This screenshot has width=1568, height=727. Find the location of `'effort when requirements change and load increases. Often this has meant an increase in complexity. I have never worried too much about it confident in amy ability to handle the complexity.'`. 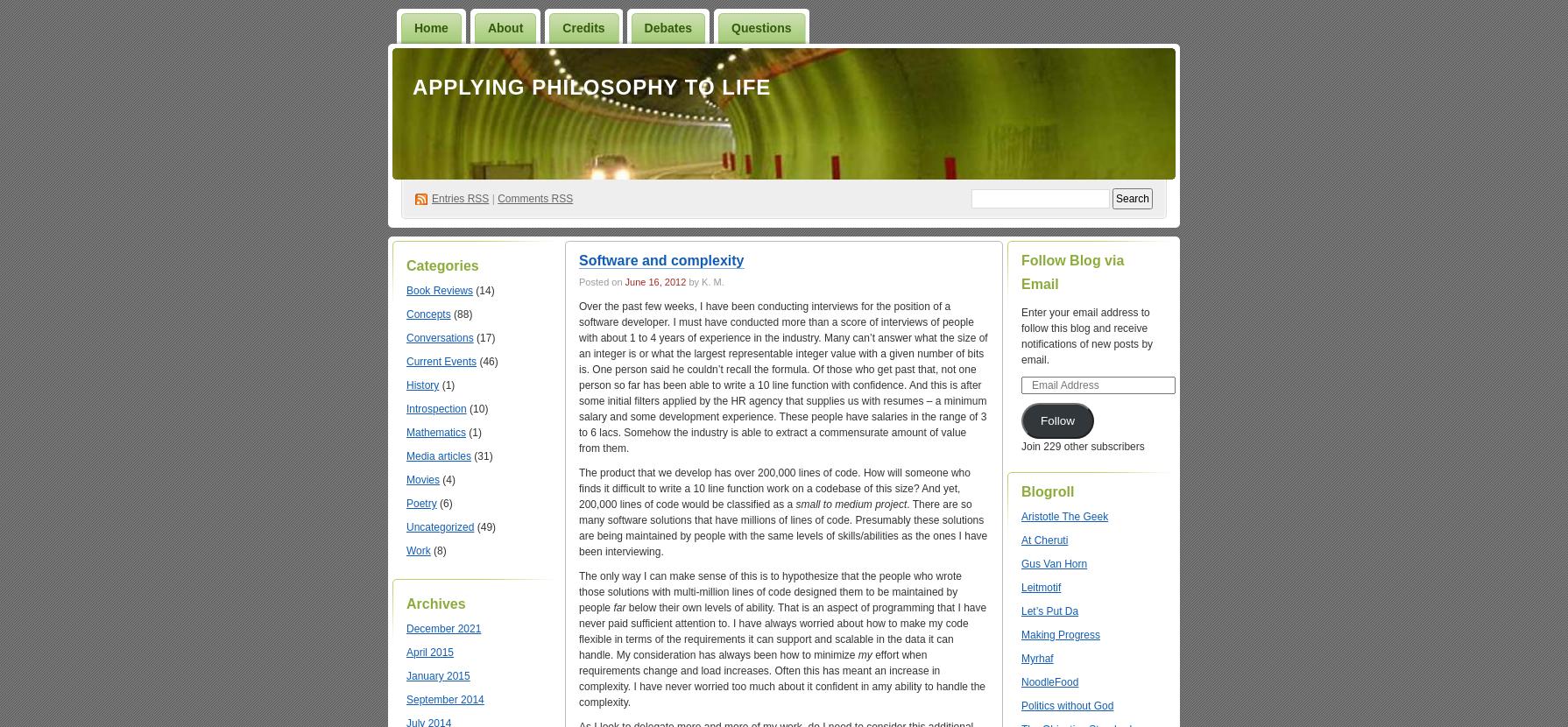

'effort when requirements change and load increases. Often this has meant an increase in complexity. I have never worried too much about it confident in amy ability to handle the complexity.' is located at coordinates (781, 678).